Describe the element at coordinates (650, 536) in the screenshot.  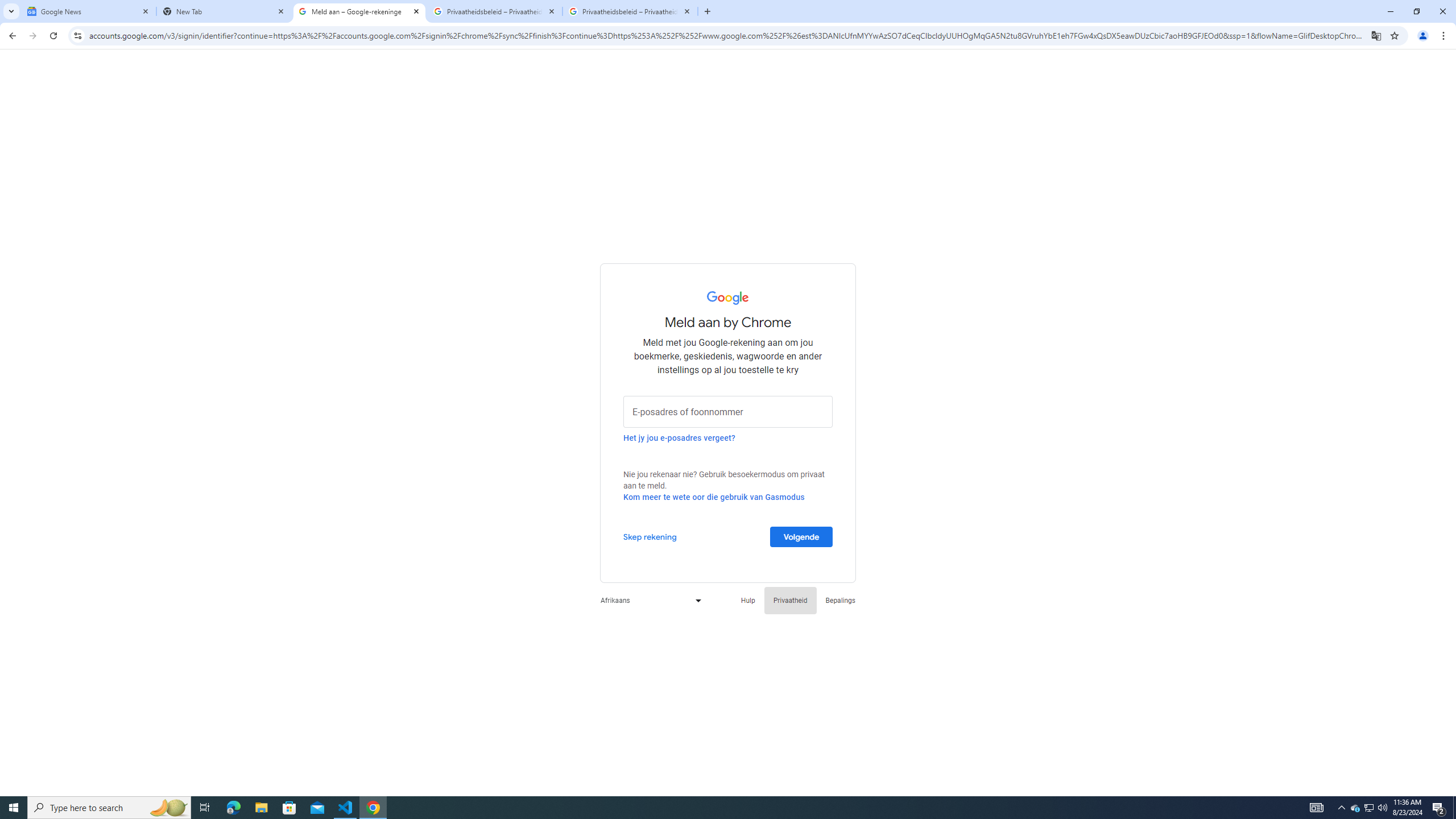
I see `'Skep rekening'` at that location.